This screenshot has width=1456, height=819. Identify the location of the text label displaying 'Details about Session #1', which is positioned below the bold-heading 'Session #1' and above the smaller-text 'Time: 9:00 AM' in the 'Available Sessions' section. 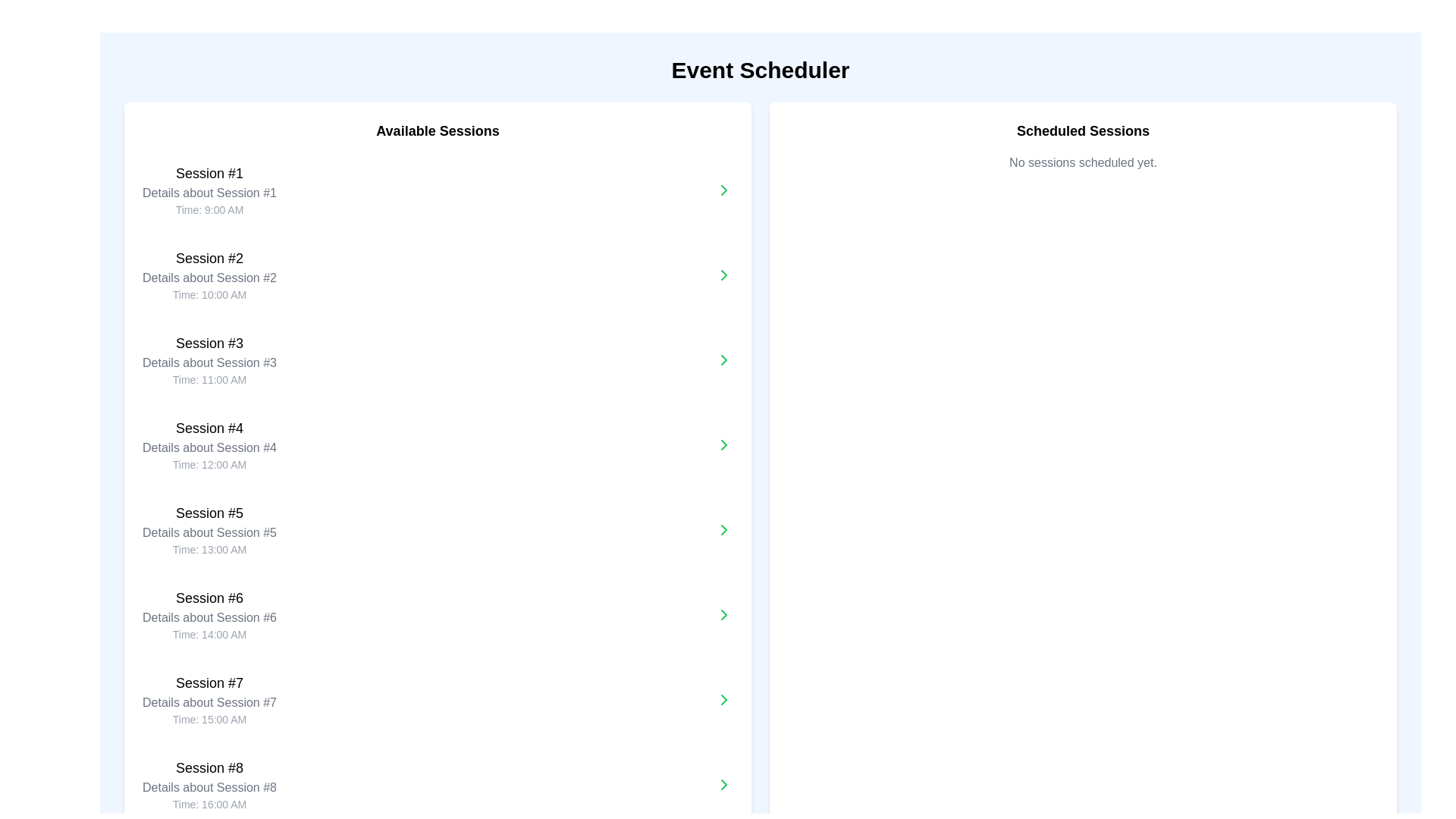
(209, 192).